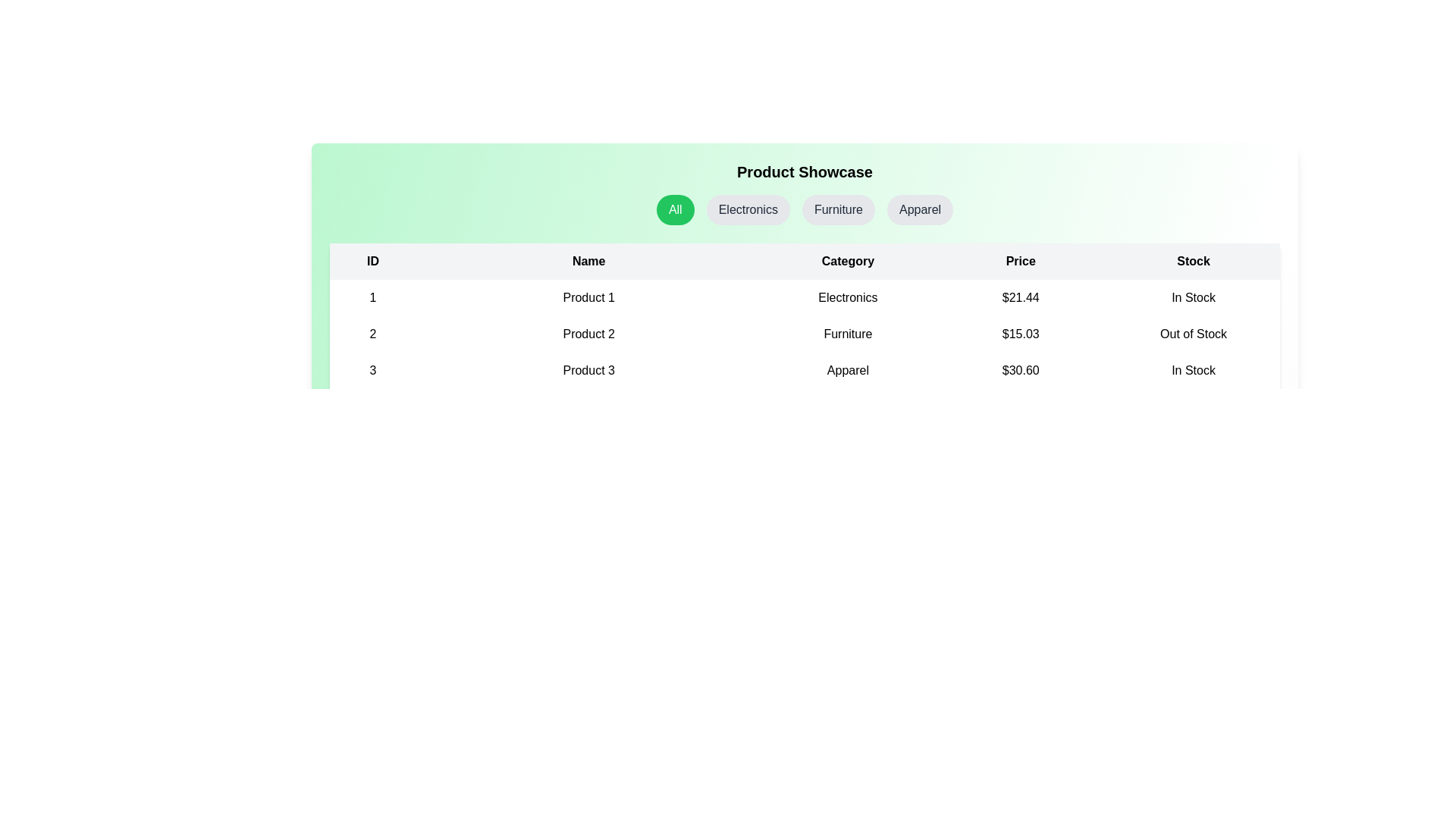  I want to click on the category Apparel to filter the products, so click(920, 210).